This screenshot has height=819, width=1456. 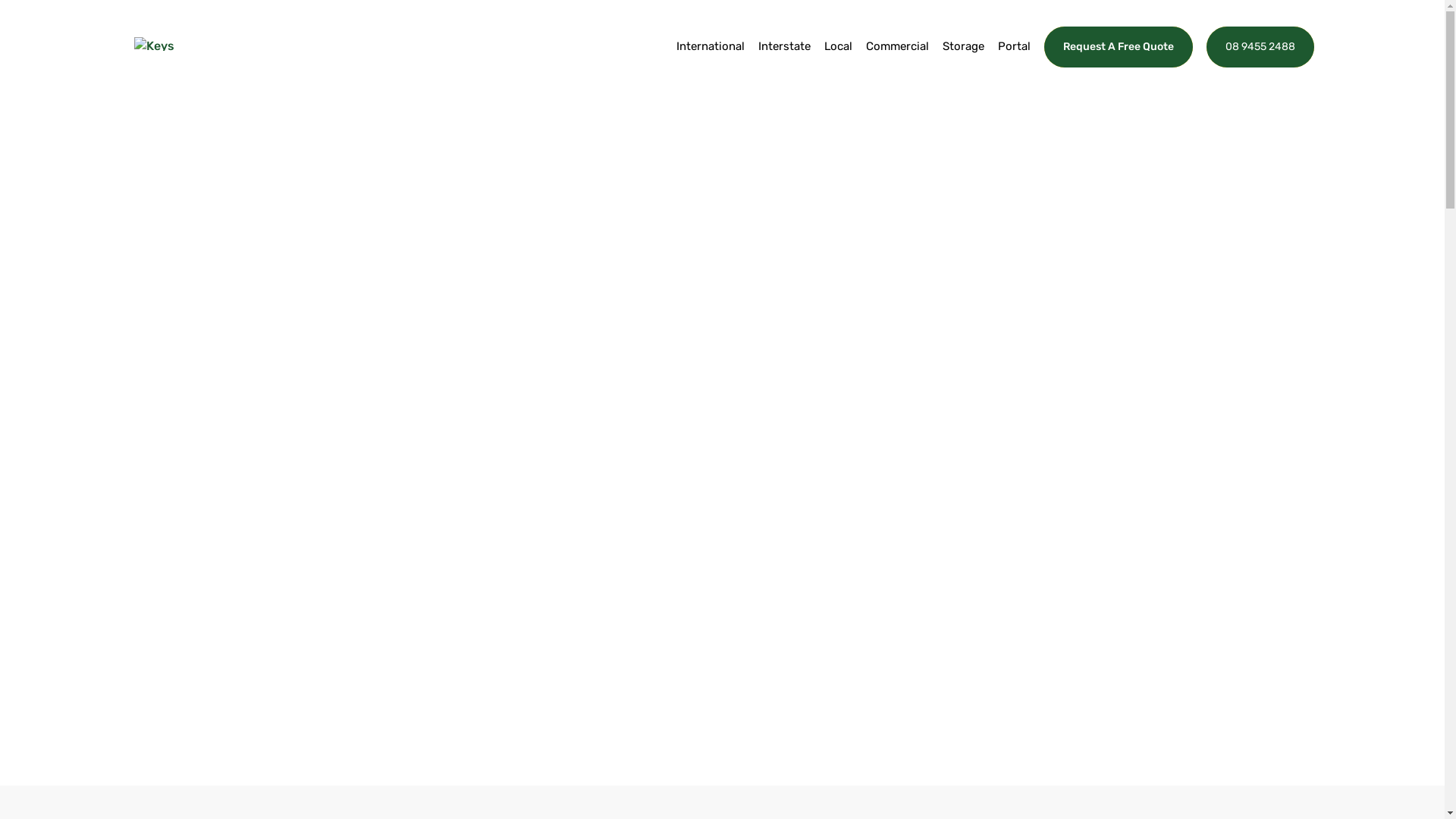 I want to click on 'International', so click(x=709, y=63).